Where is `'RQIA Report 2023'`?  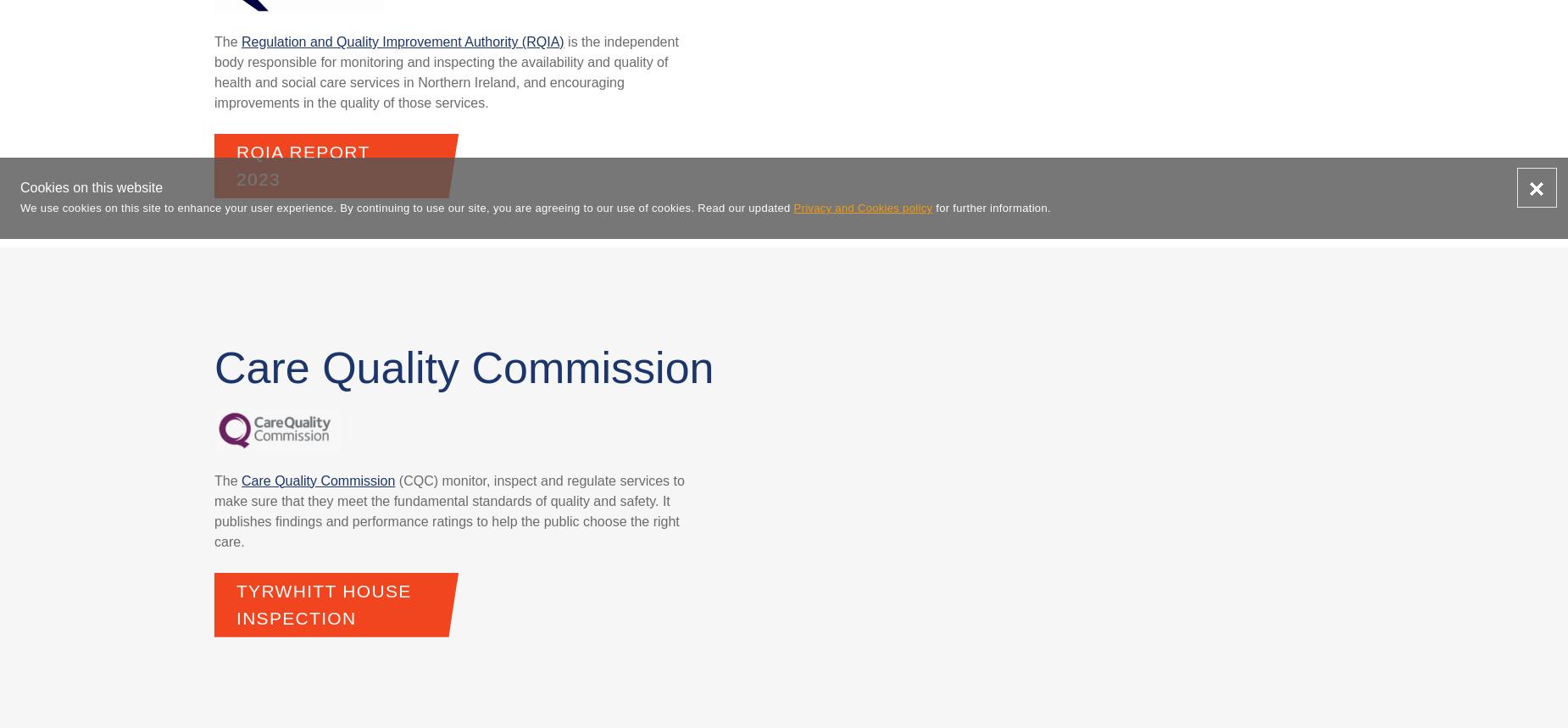 'RQIA Report 2023' is located at coordinates (302, 165).